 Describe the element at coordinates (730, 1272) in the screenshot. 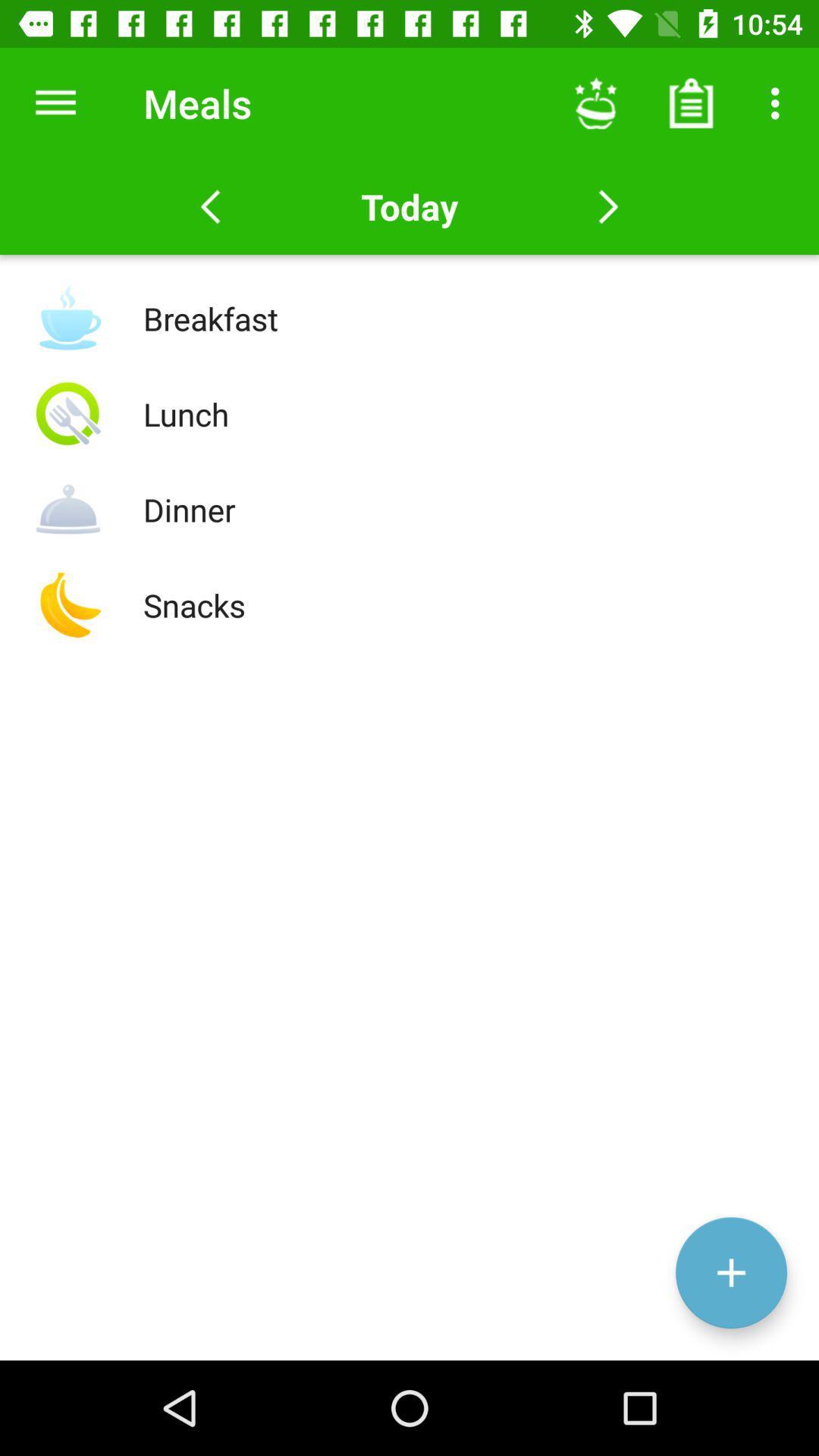

I see `the add icon` at that location.